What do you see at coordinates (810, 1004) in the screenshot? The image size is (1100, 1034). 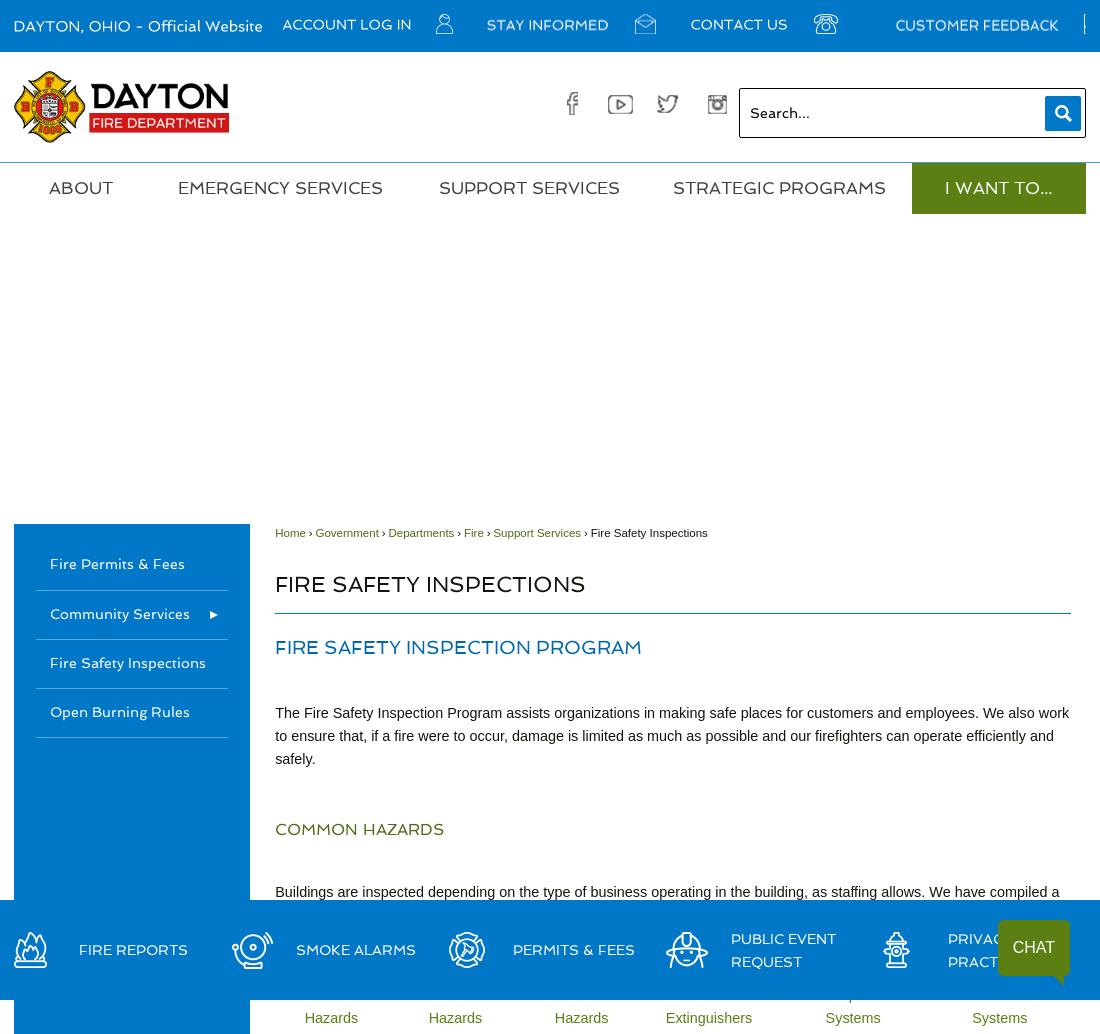 I see `'Fire Sprinkler Systems'` at bounding box center [810, 1004].